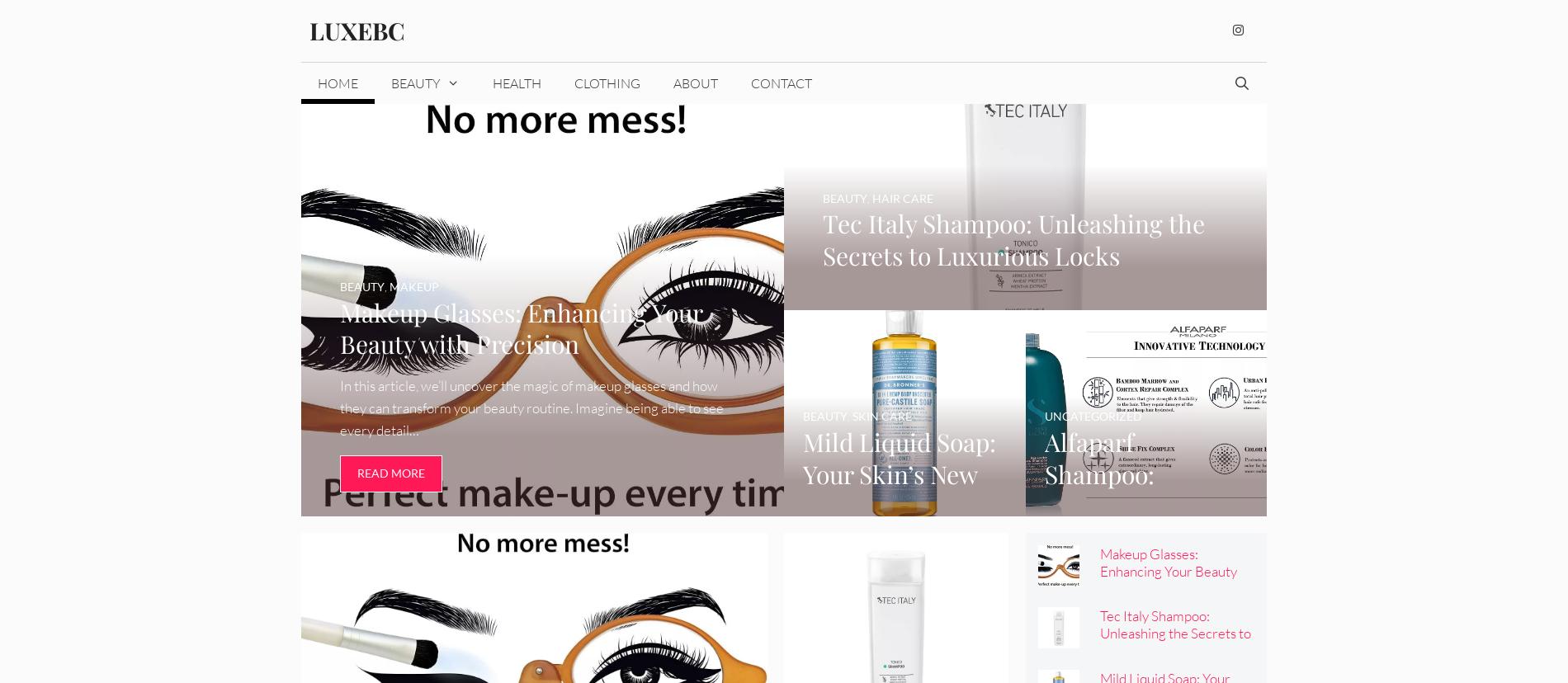 This screenshot has height=683, width=1568. I want to click on 'Read More', so click(356, 473).